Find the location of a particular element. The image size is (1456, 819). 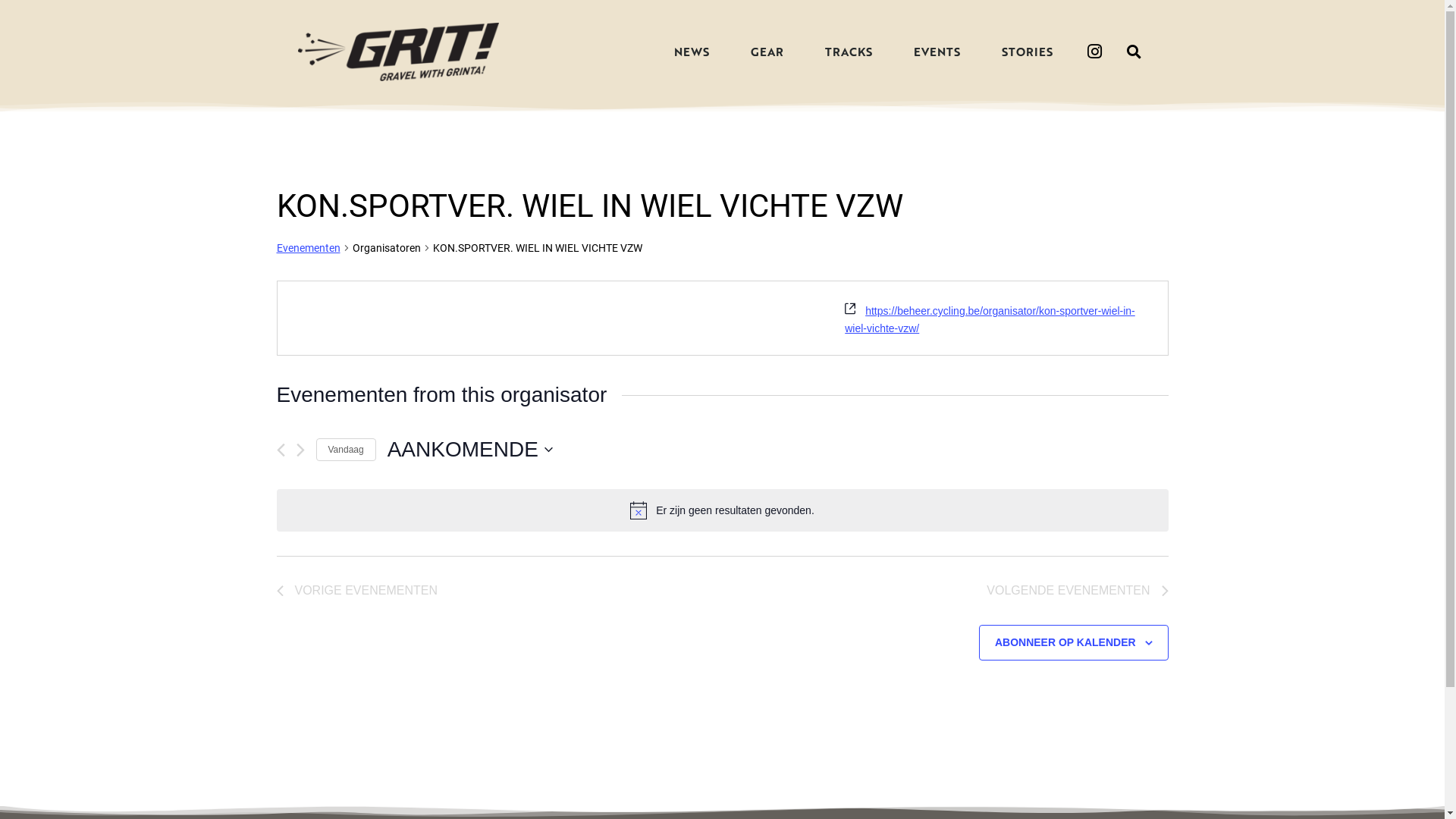

'AANKOMENDE' is located at coordinates (469, 449).